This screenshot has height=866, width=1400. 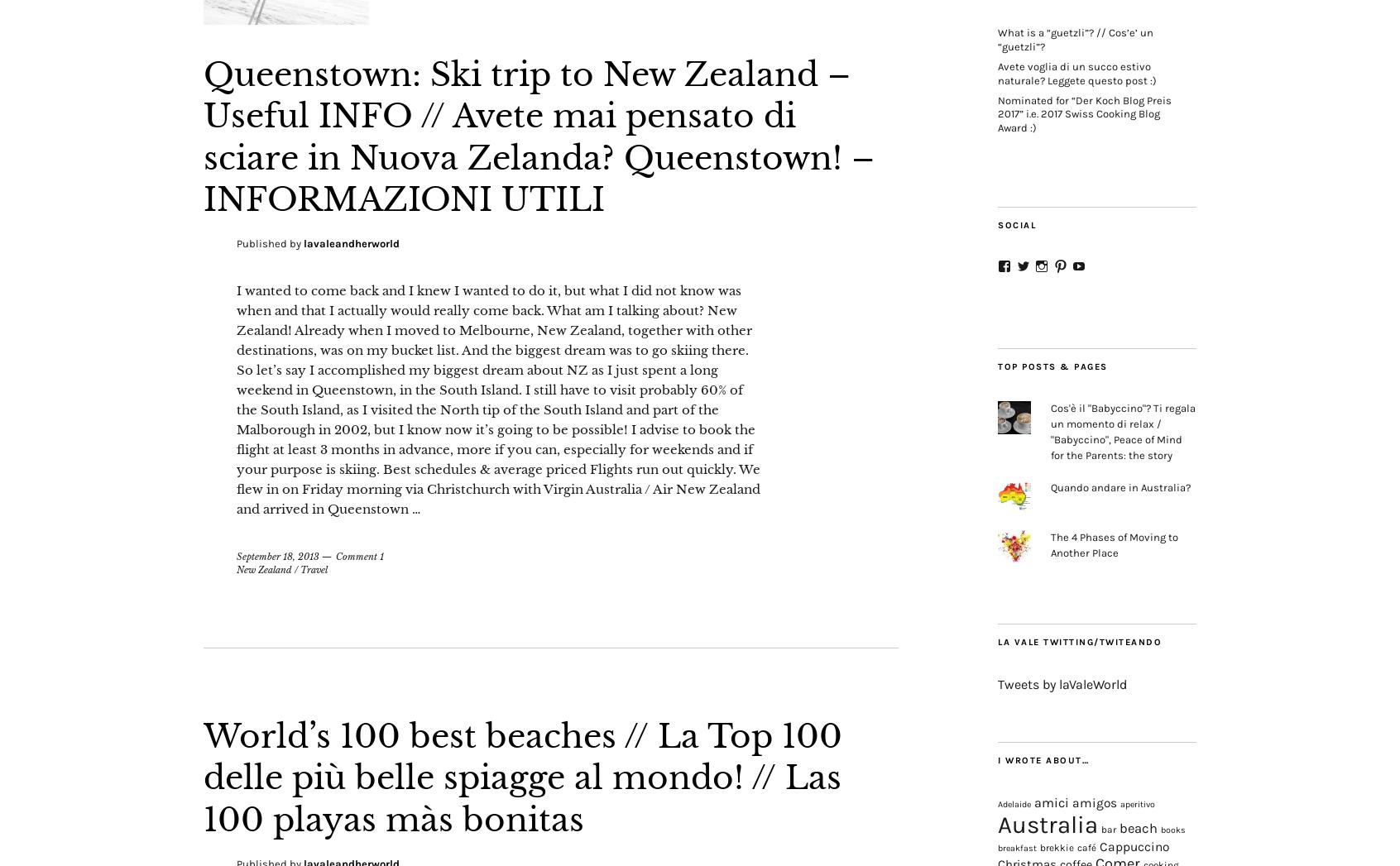 I want to click on 'bar', so click(x=1100, y=830).